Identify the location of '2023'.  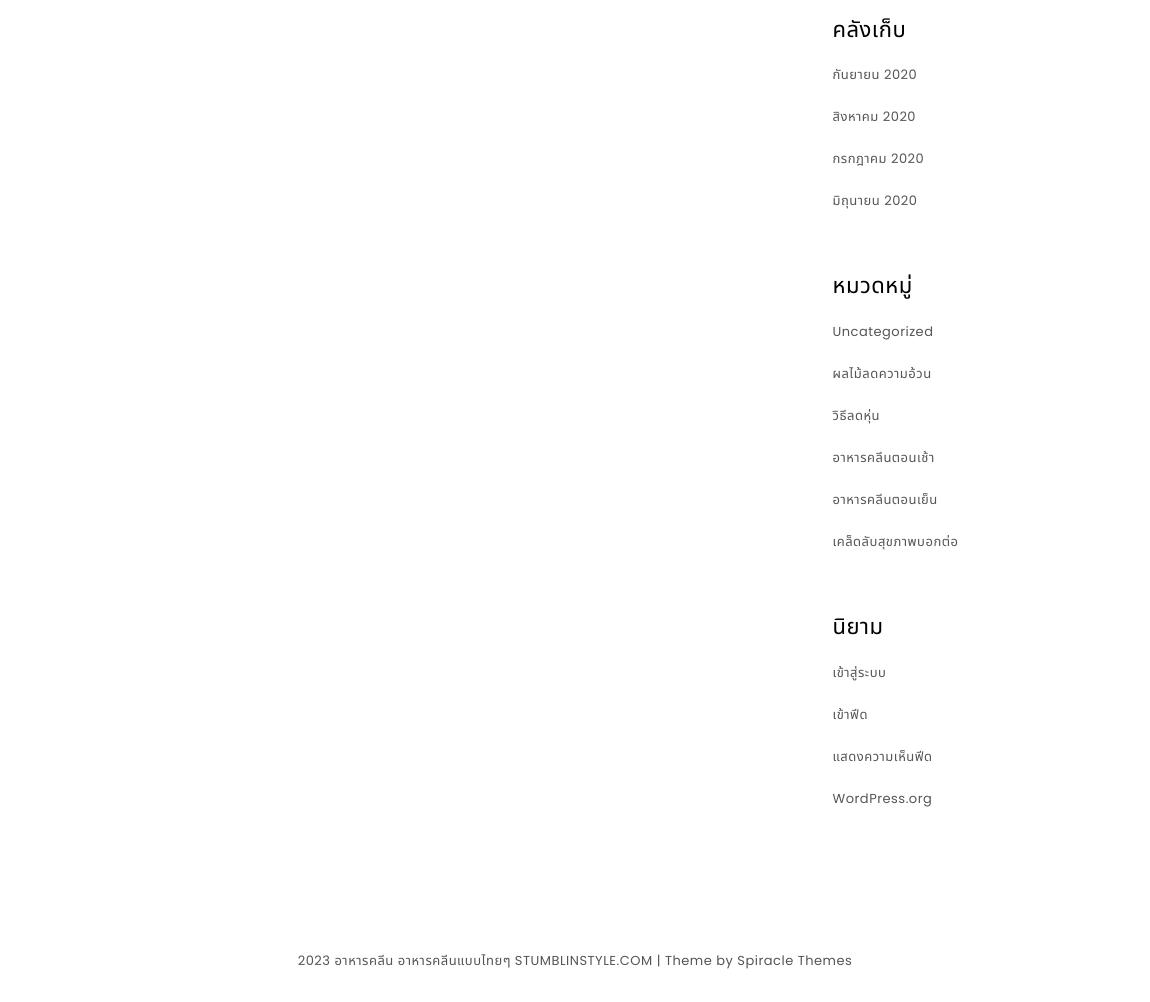
(315, 958).